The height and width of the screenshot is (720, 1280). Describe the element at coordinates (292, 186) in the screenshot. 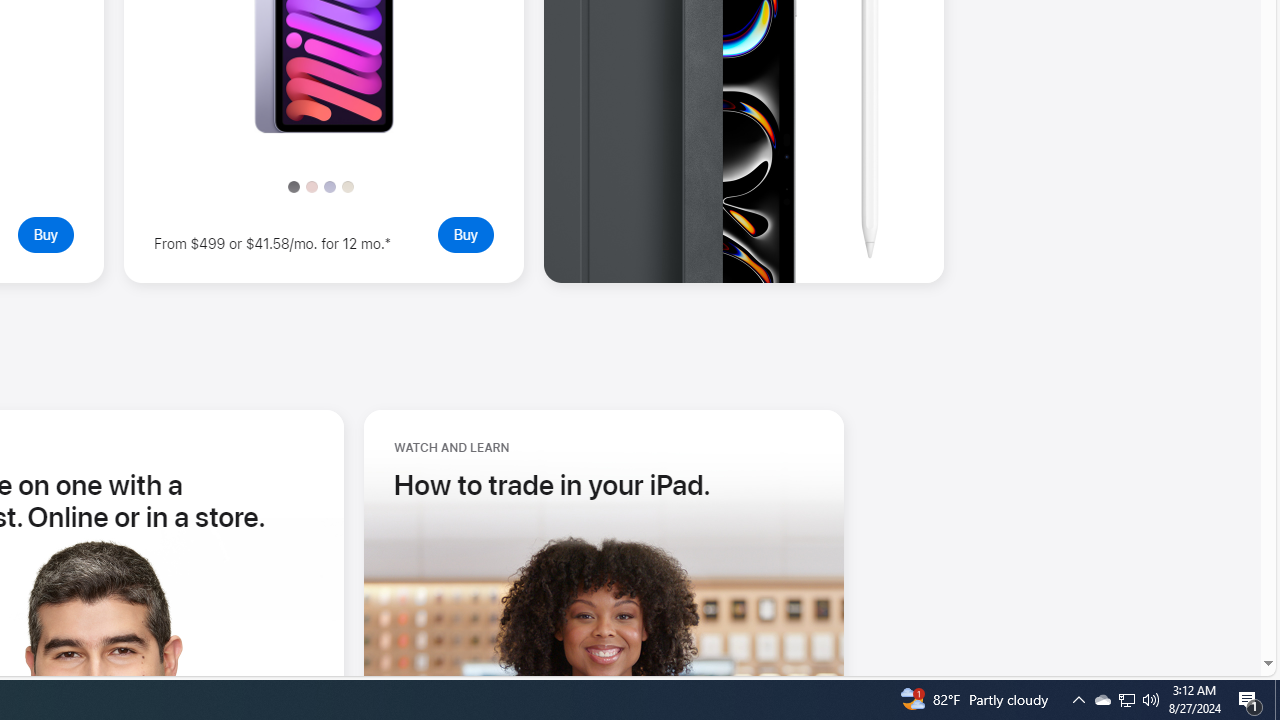

I see `'Space Gray'` at that location.